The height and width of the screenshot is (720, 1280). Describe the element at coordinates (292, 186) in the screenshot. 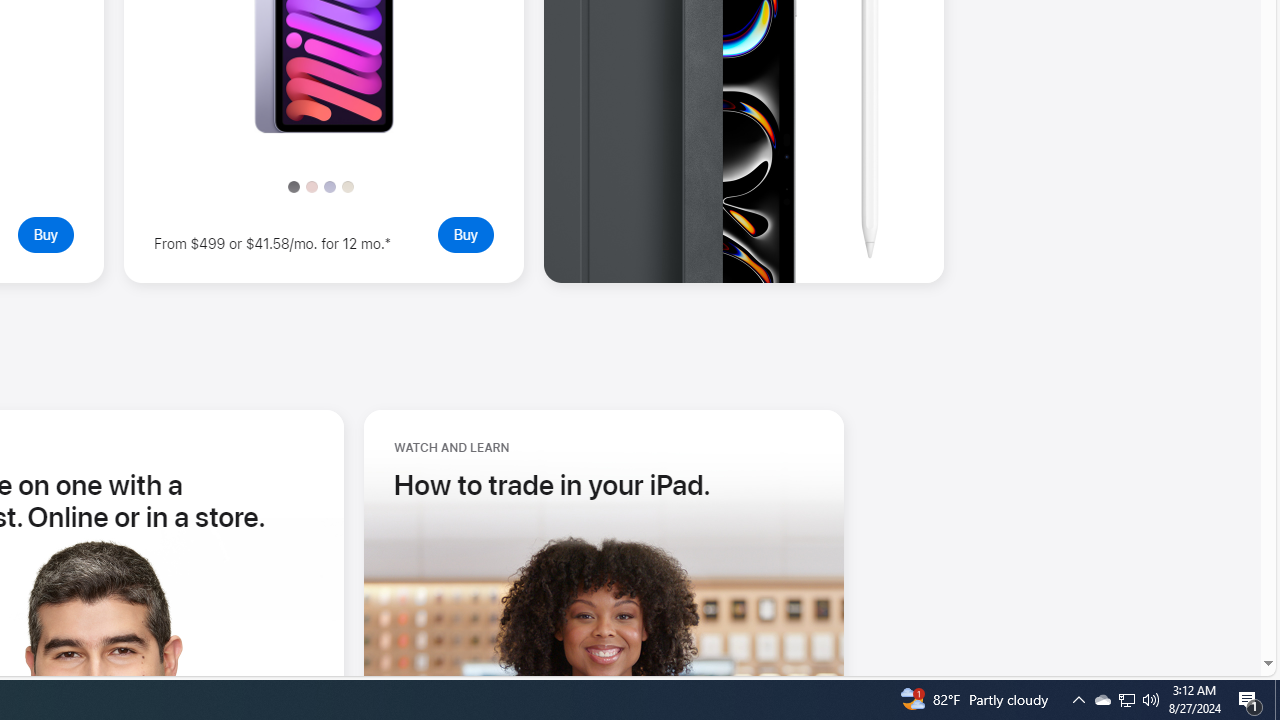

I see `'Space Gray'` at that location.